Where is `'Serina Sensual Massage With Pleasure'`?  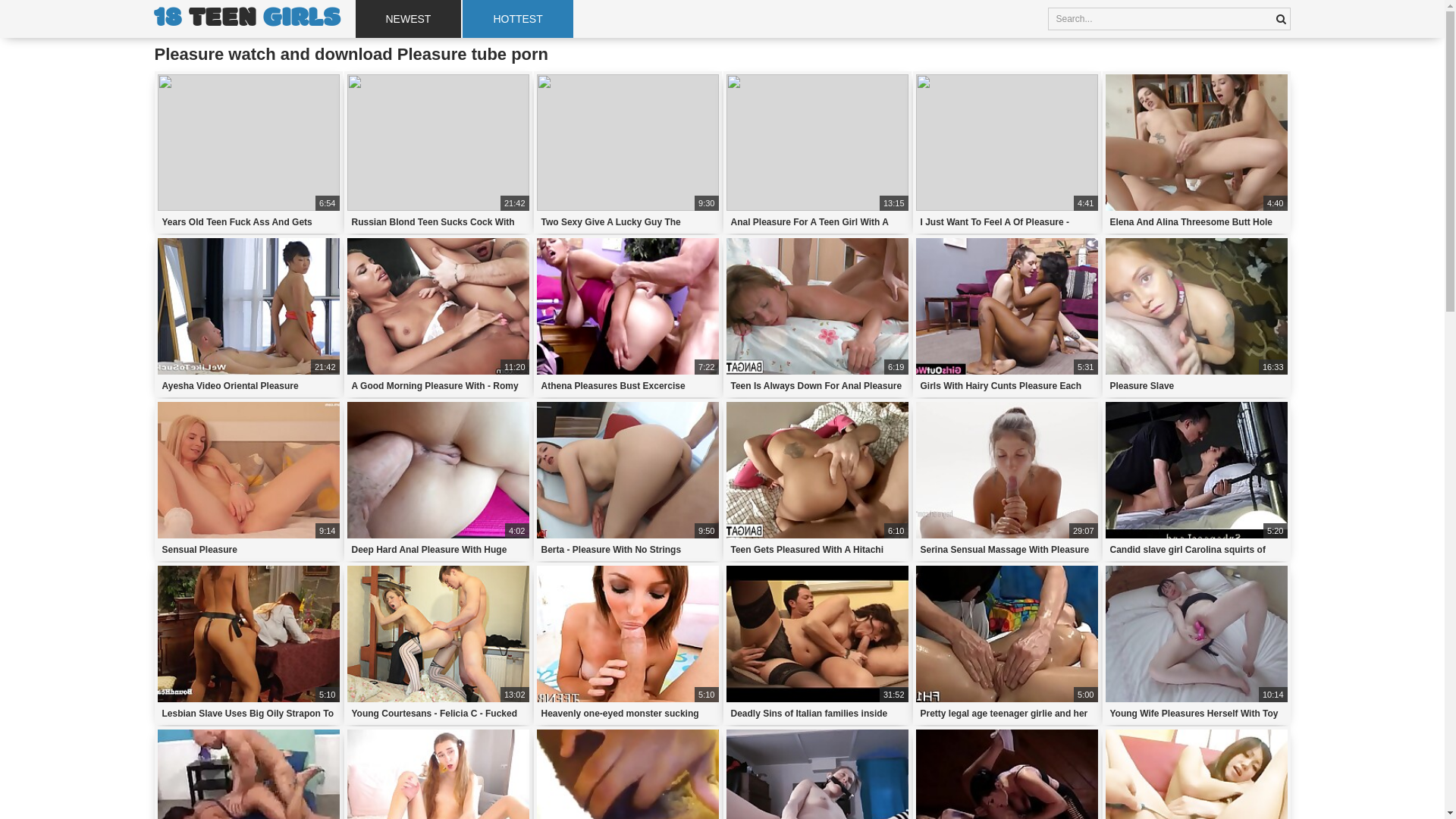 'Serina Sensual Massage With Pleasure' is located at coordinates (1007, 550).